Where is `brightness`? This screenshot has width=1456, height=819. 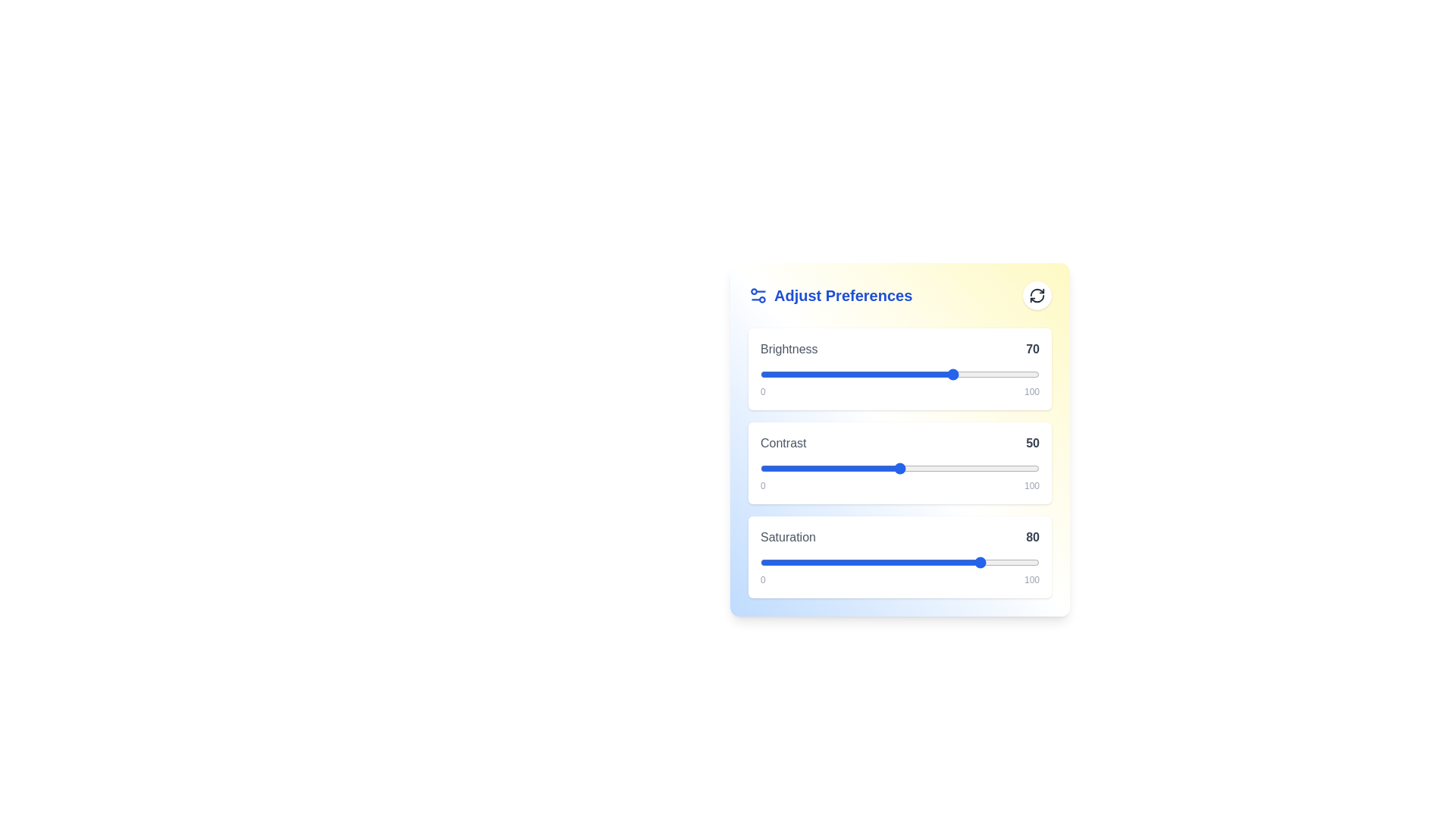
brightness is located at coordinates (829, 374).